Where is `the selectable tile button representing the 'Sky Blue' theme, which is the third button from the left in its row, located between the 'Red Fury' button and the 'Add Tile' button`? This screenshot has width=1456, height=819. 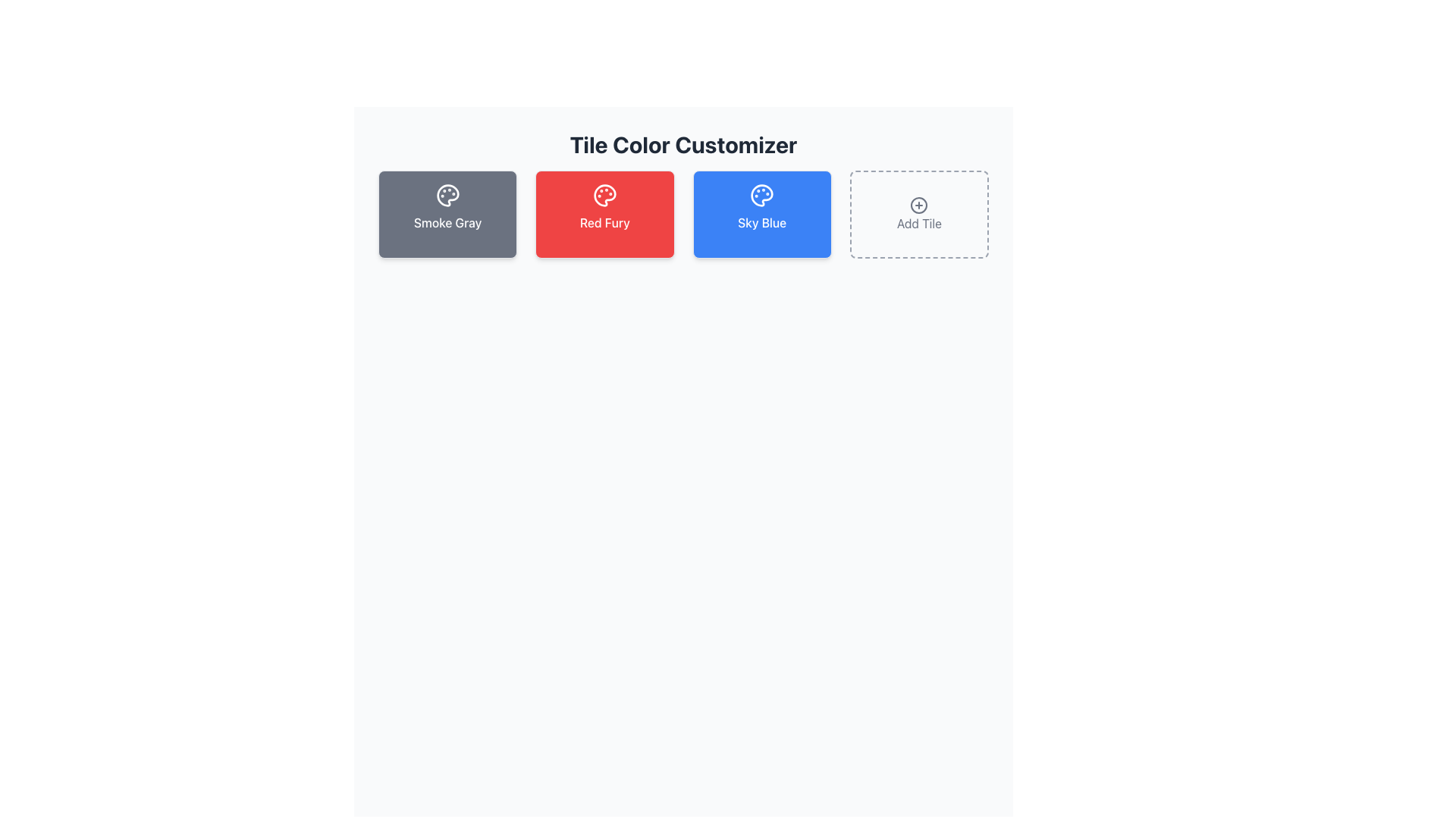 the selectable tile button representing the 'Sky Blue' theme, which is the third button from the left in its row, located between the 'Red Fury' button and the 'Add Tile' button is located at coordinates (762, 214).